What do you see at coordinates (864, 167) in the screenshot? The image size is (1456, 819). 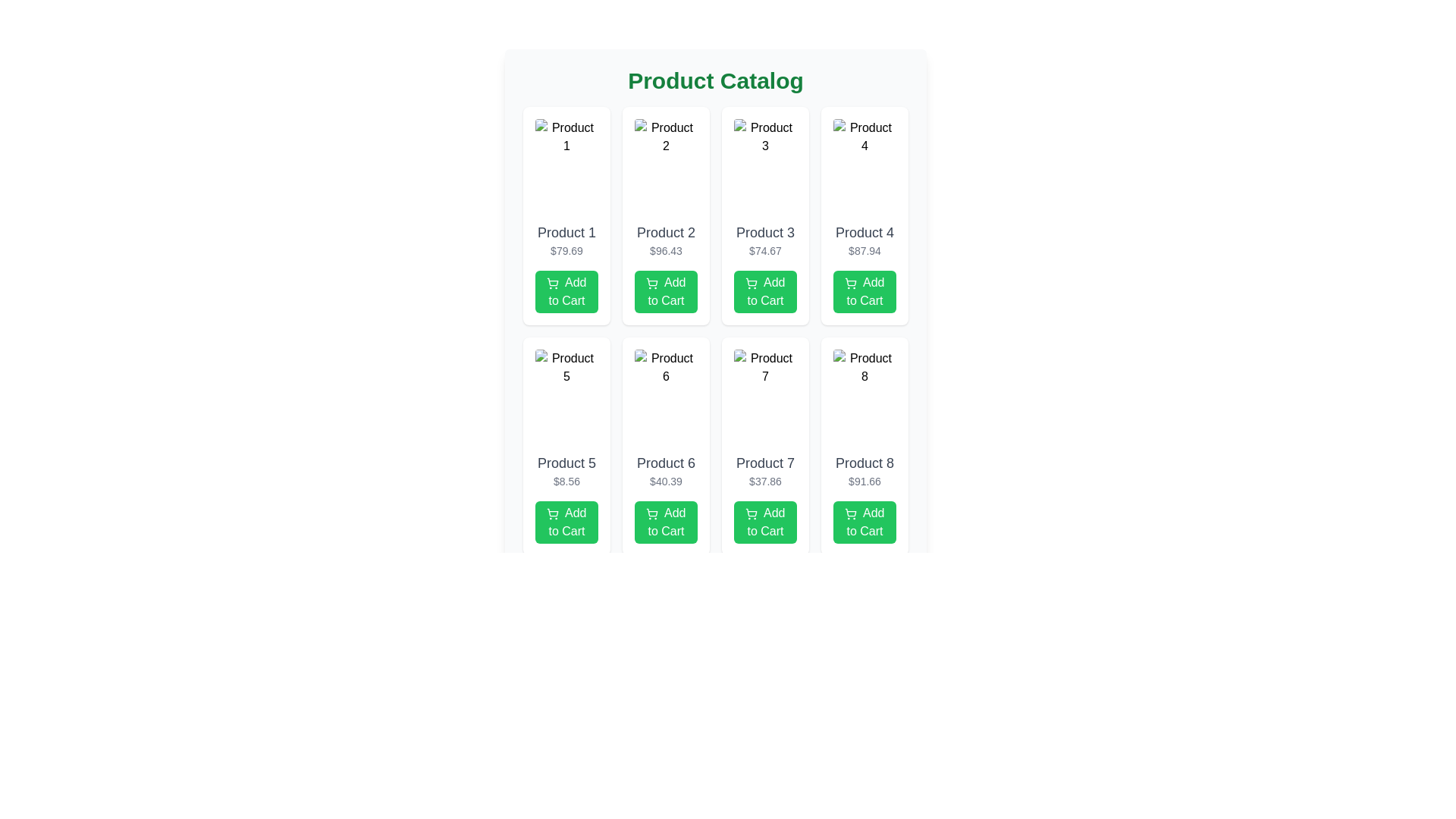 I see `the product image representing 'Product 4', which is located at the top of its card in the 2x4 grid layout` at bounding box center [864, 167].